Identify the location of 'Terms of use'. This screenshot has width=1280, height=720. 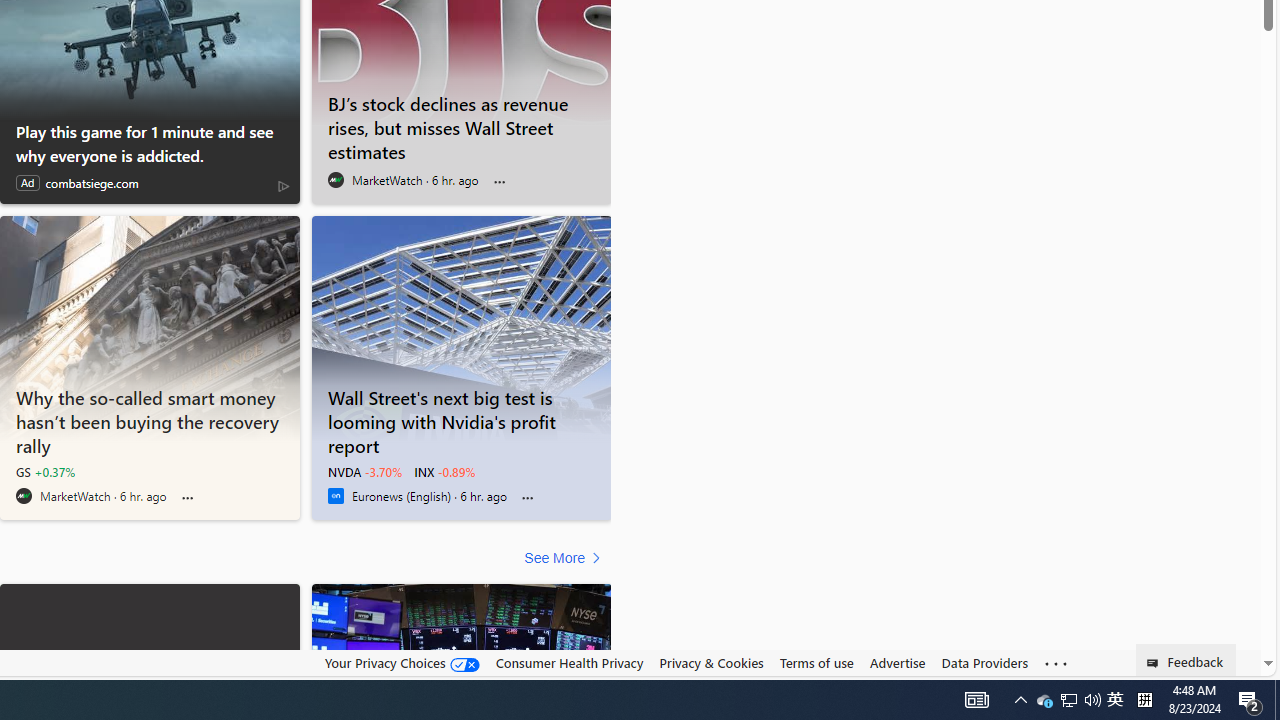
(816, 662).